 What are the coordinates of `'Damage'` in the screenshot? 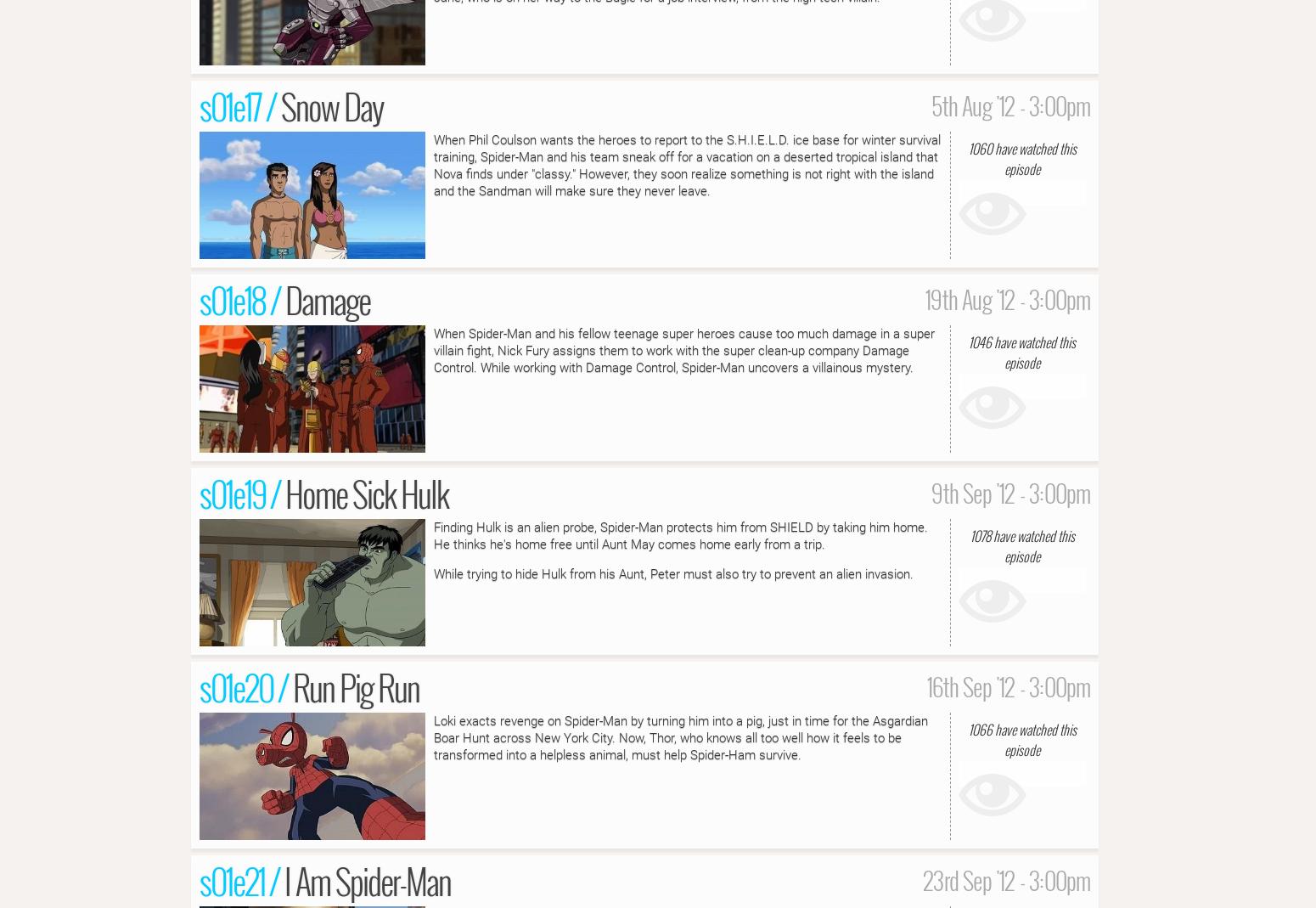 It's located at (326, 299).